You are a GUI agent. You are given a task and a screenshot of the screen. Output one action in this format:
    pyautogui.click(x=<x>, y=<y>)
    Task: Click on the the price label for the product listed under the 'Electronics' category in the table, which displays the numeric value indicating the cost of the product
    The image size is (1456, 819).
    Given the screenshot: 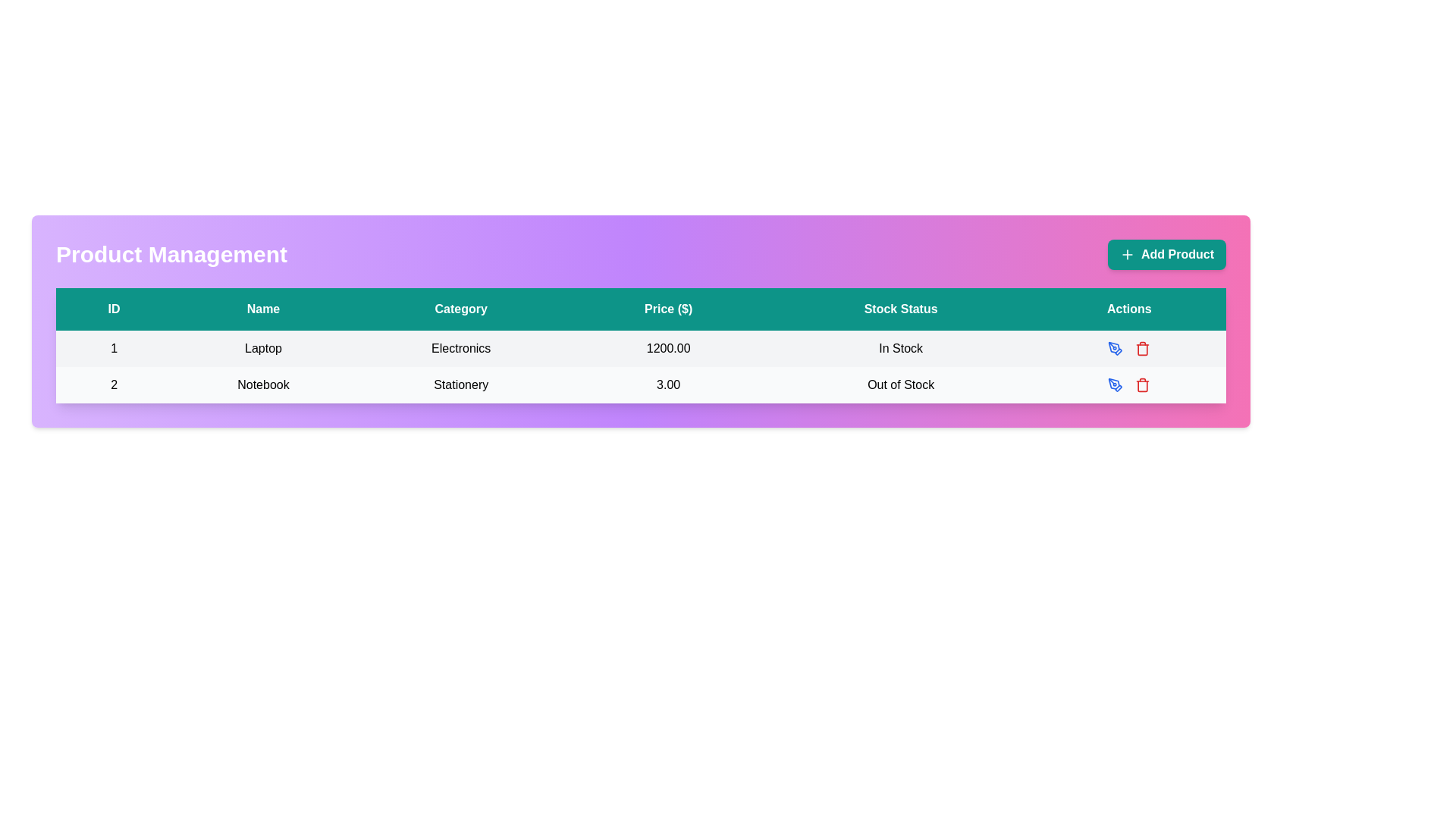 What is the action you would take?
    pyautogui.click(x=667, y=348)
    